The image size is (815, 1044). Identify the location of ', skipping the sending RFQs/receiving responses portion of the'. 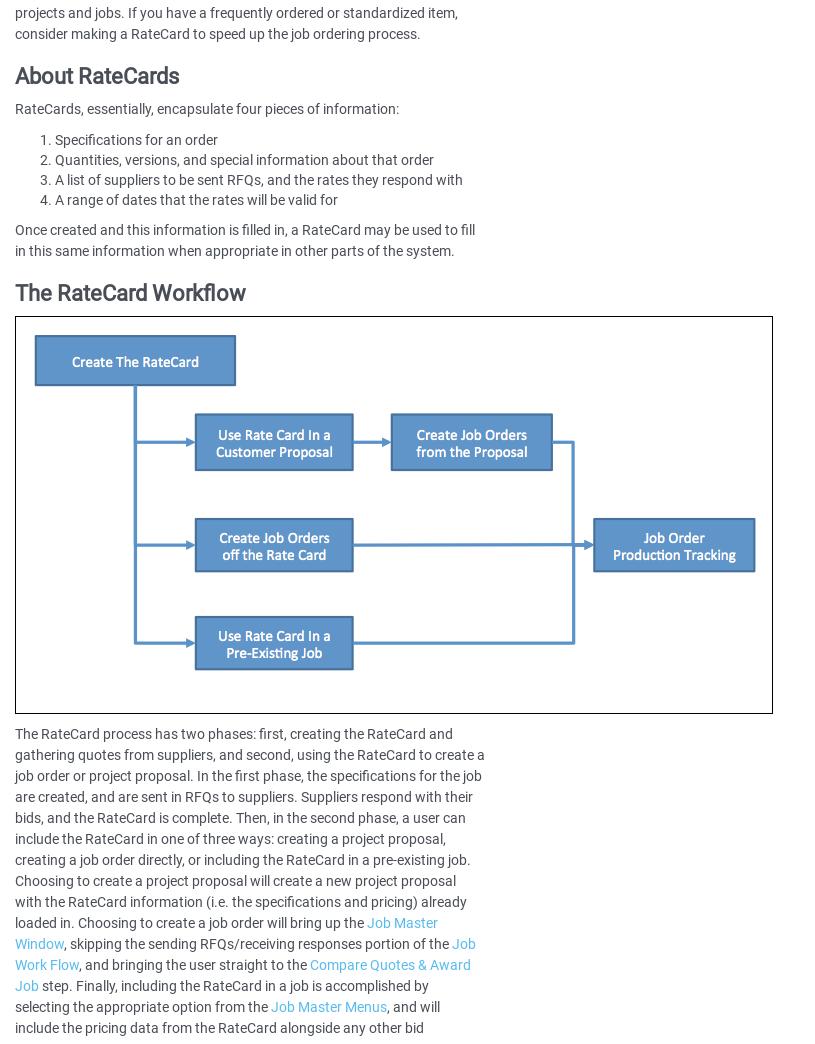
(62, 942).